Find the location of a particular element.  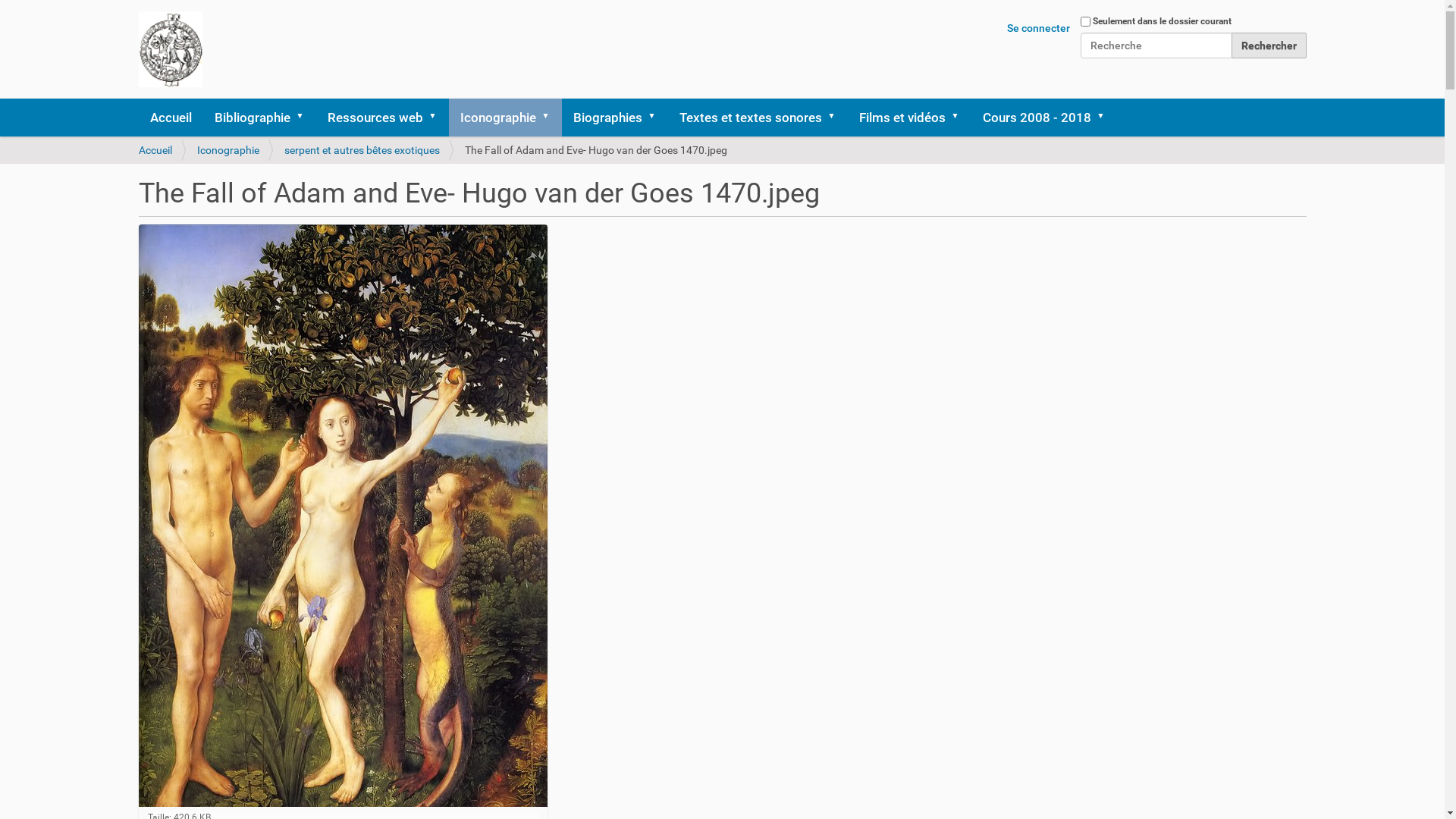

'Textes et textes sonores' is located at coordinates (667, 116).